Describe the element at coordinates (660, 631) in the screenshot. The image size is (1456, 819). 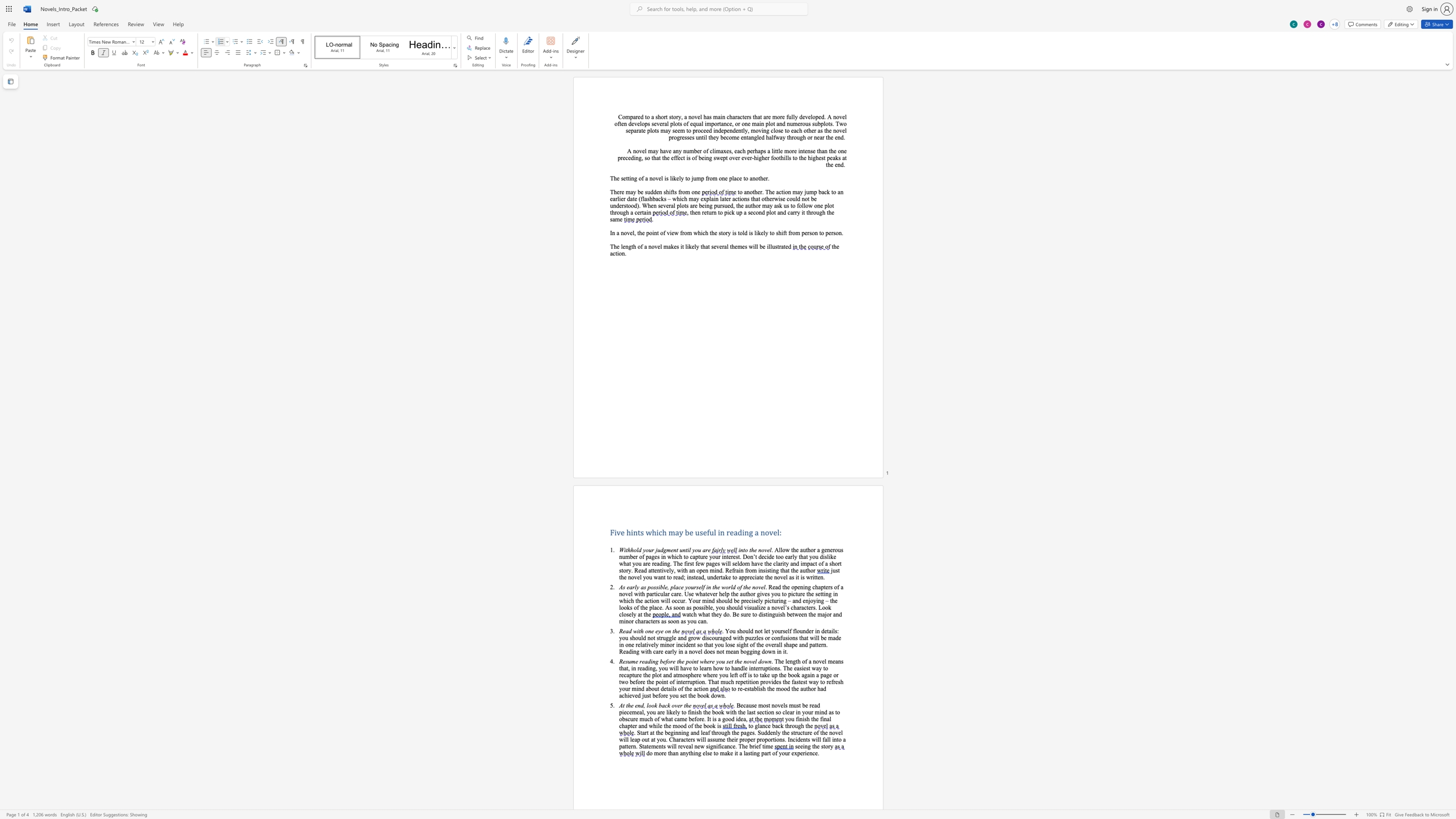
I see `the space between the continuous character "y" and "e" in the text` at that location.